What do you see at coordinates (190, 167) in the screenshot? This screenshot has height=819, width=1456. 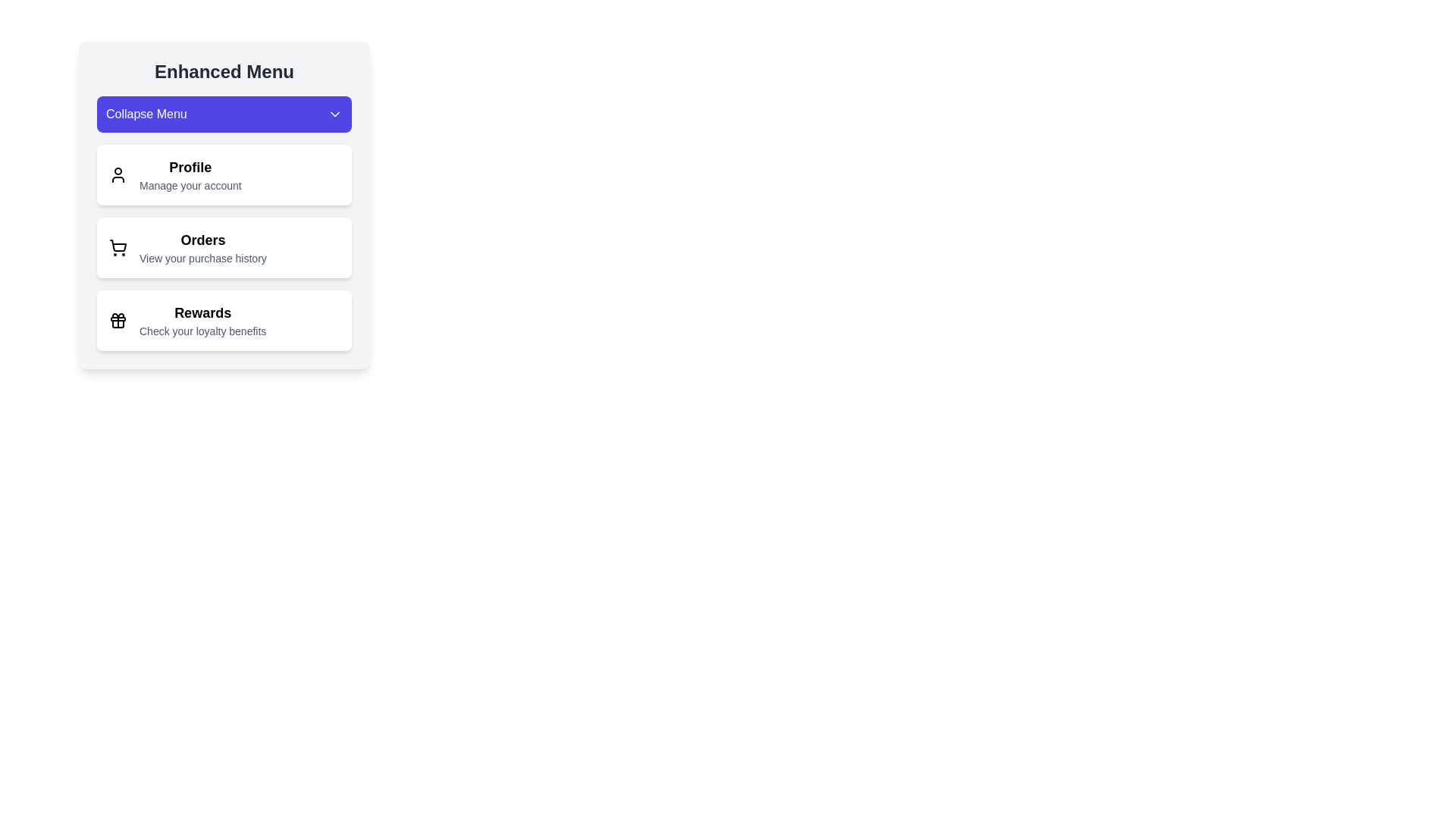 I see `the Text label that serves as the title for the user profile management menu option, located above the 'Manage your account' text` at bounding box center [190, 167].